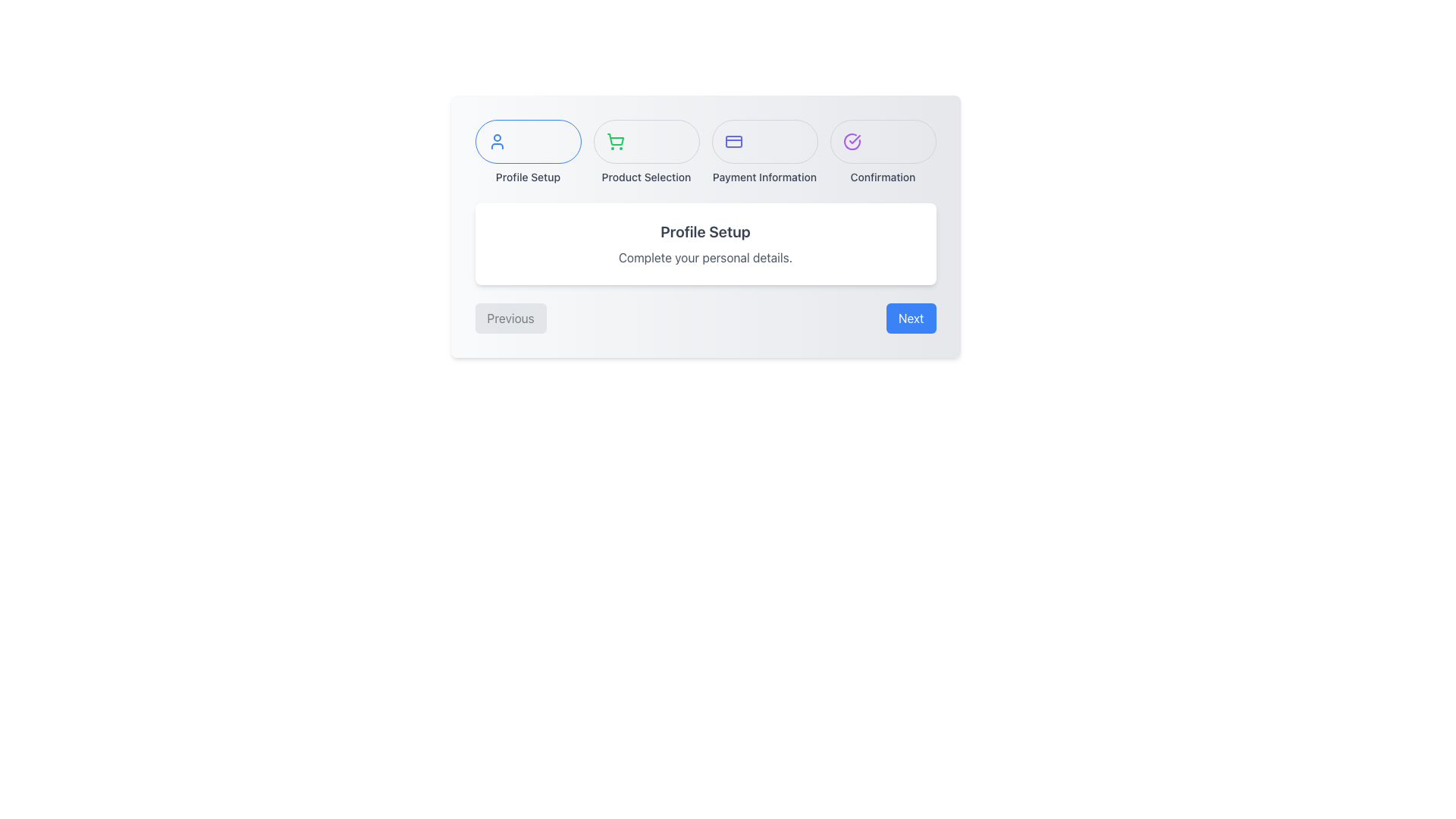 This screenshot has height=819, width=1456. I want to click on the circular purple icon with a checkmark inside it, located in the header section labeled 'Confirmation', so click(852, 141).